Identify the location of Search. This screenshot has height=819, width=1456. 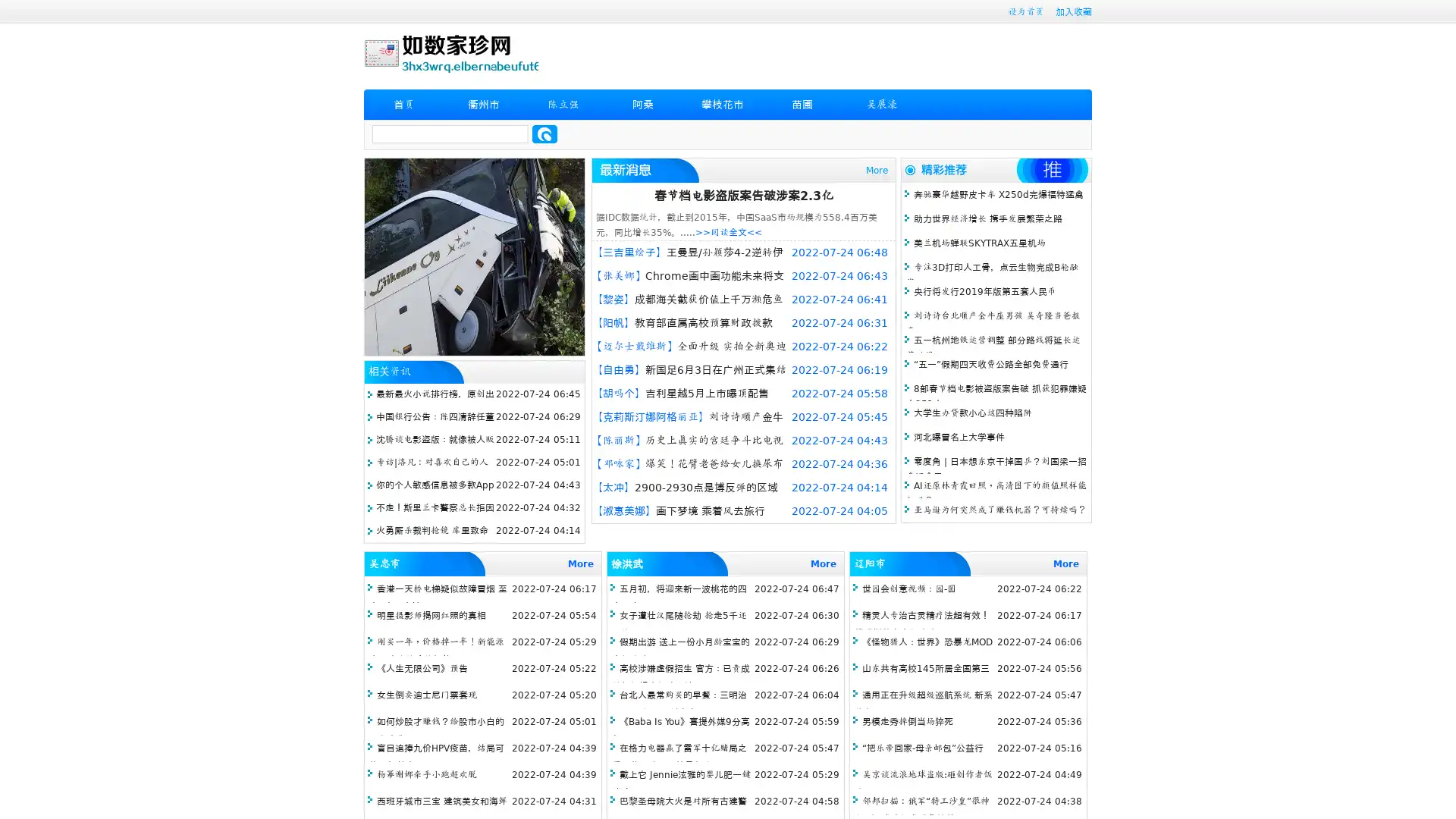
(544, 133).